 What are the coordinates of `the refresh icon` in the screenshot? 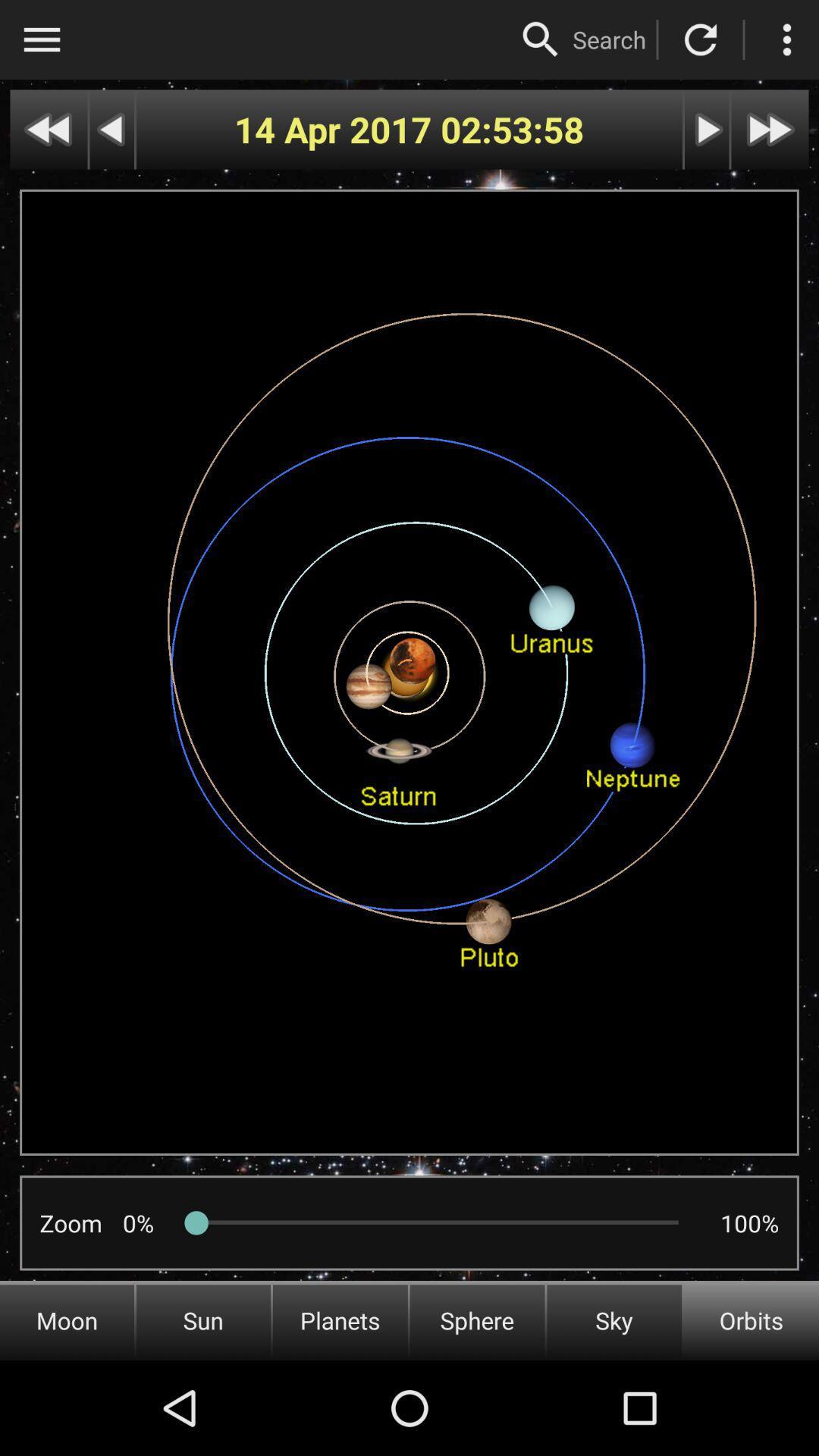 It's located at (701, 39).